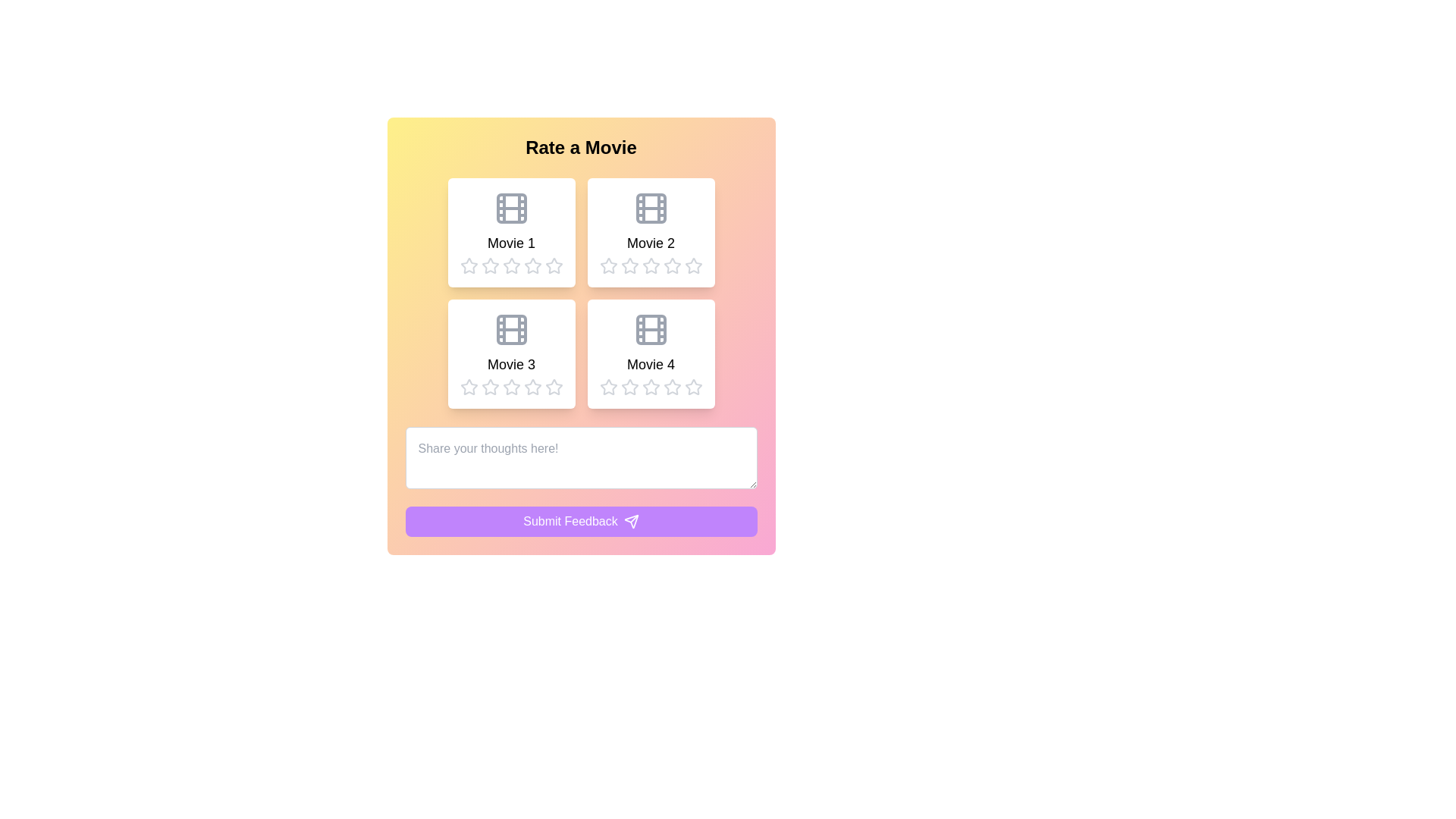 The image size is (1456, 819). Describe the element at coordinates (468, 265) in the screenshot. I see `the first unselected star icon in the rating system beneath 'Movie 1' to set a rating` at that location.